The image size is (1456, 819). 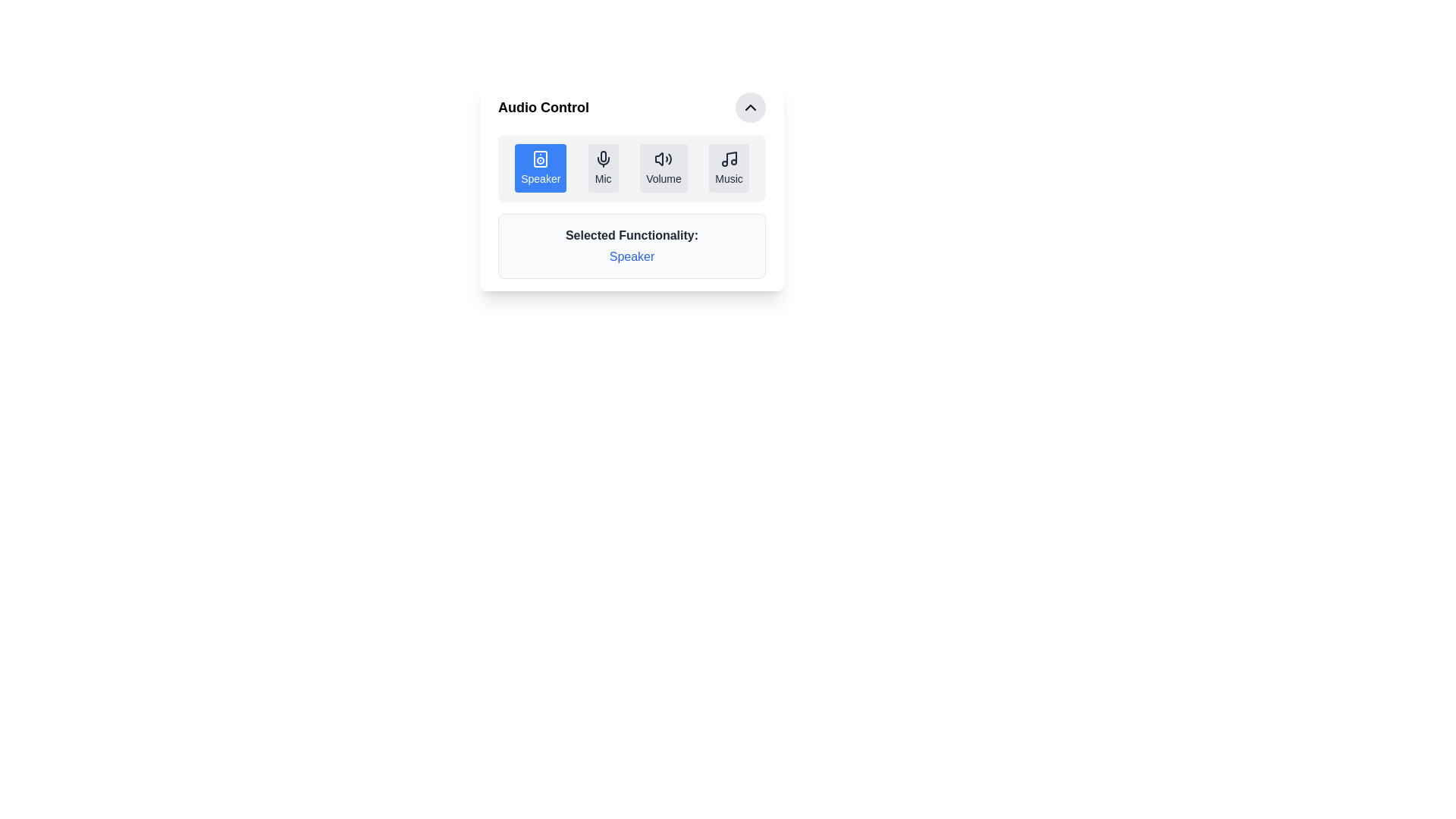 I want to click on the 'Speaker' icon located in the Audio Control section, so click(x=541, y=158).